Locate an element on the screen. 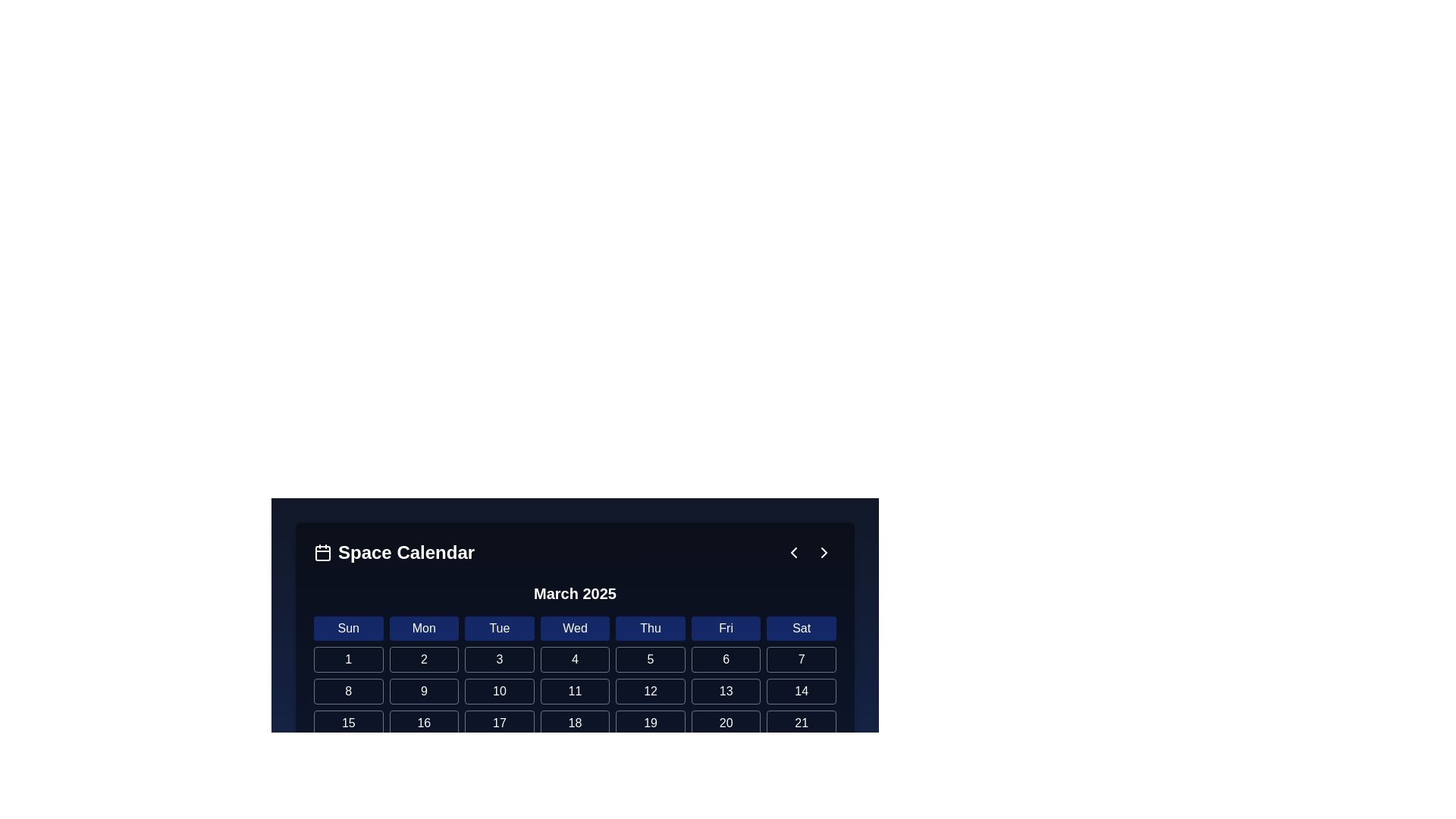  the text label that signifies 'Saturday', which is located in the seventh column of the topmost row in the calendar grid is located at coordinates (801, 629).